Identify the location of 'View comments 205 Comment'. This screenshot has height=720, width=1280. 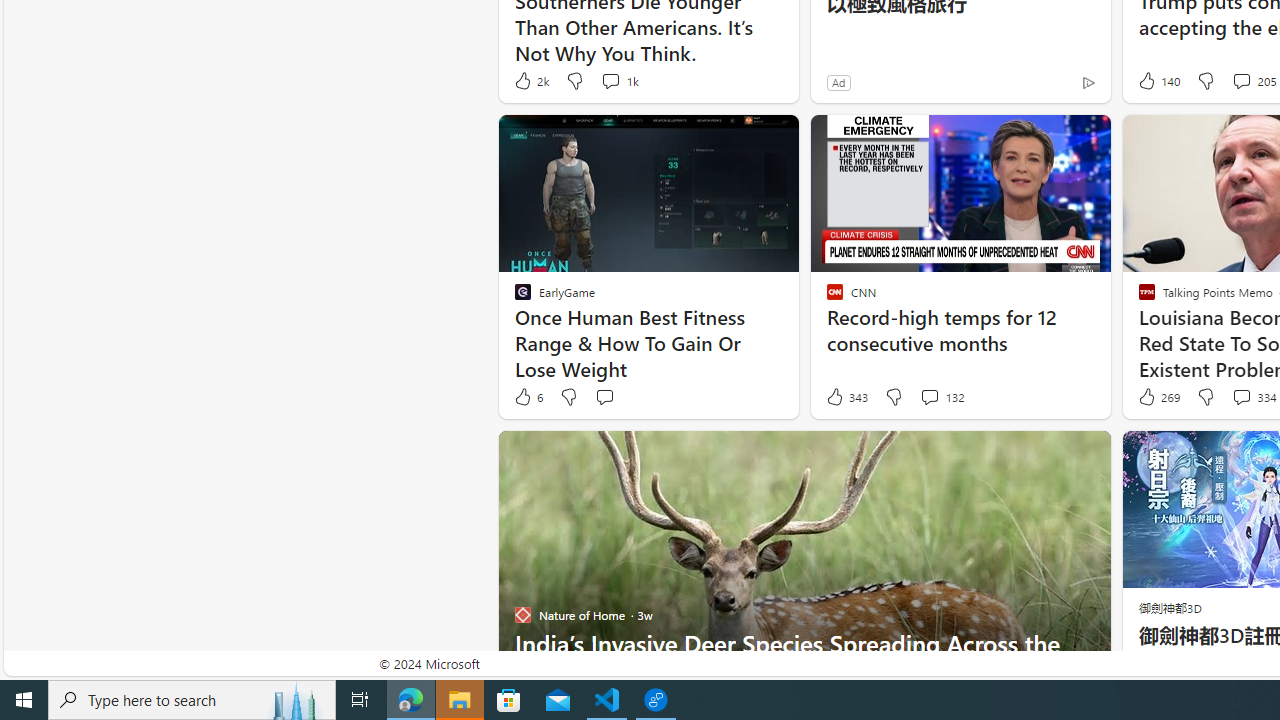
(1240, 80).